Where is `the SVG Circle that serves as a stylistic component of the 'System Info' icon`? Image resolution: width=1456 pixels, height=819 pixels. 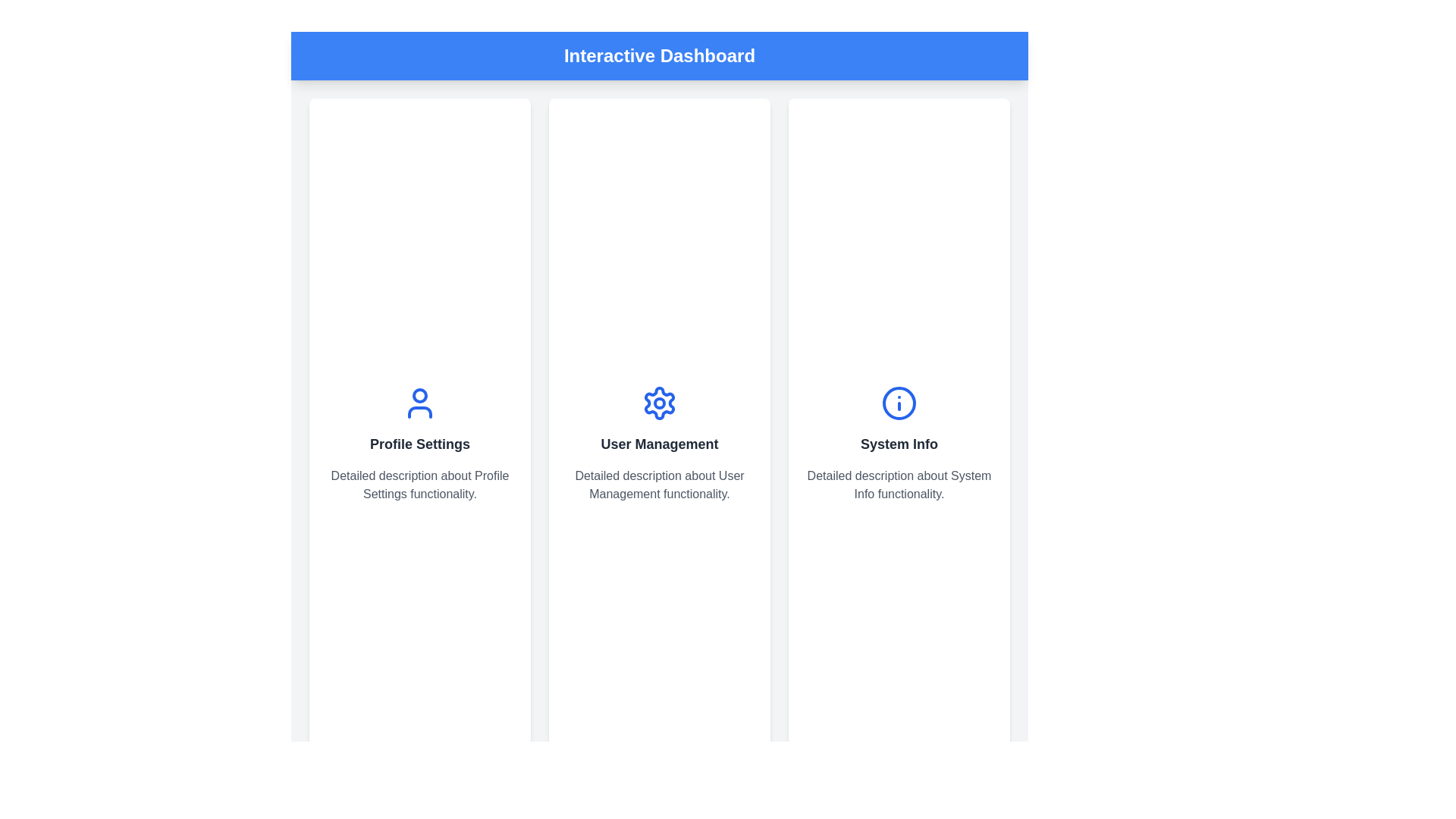
the SVG Circle that serves as a stylistic component of the 'System Info' icon is located at coordinates (899, 403).